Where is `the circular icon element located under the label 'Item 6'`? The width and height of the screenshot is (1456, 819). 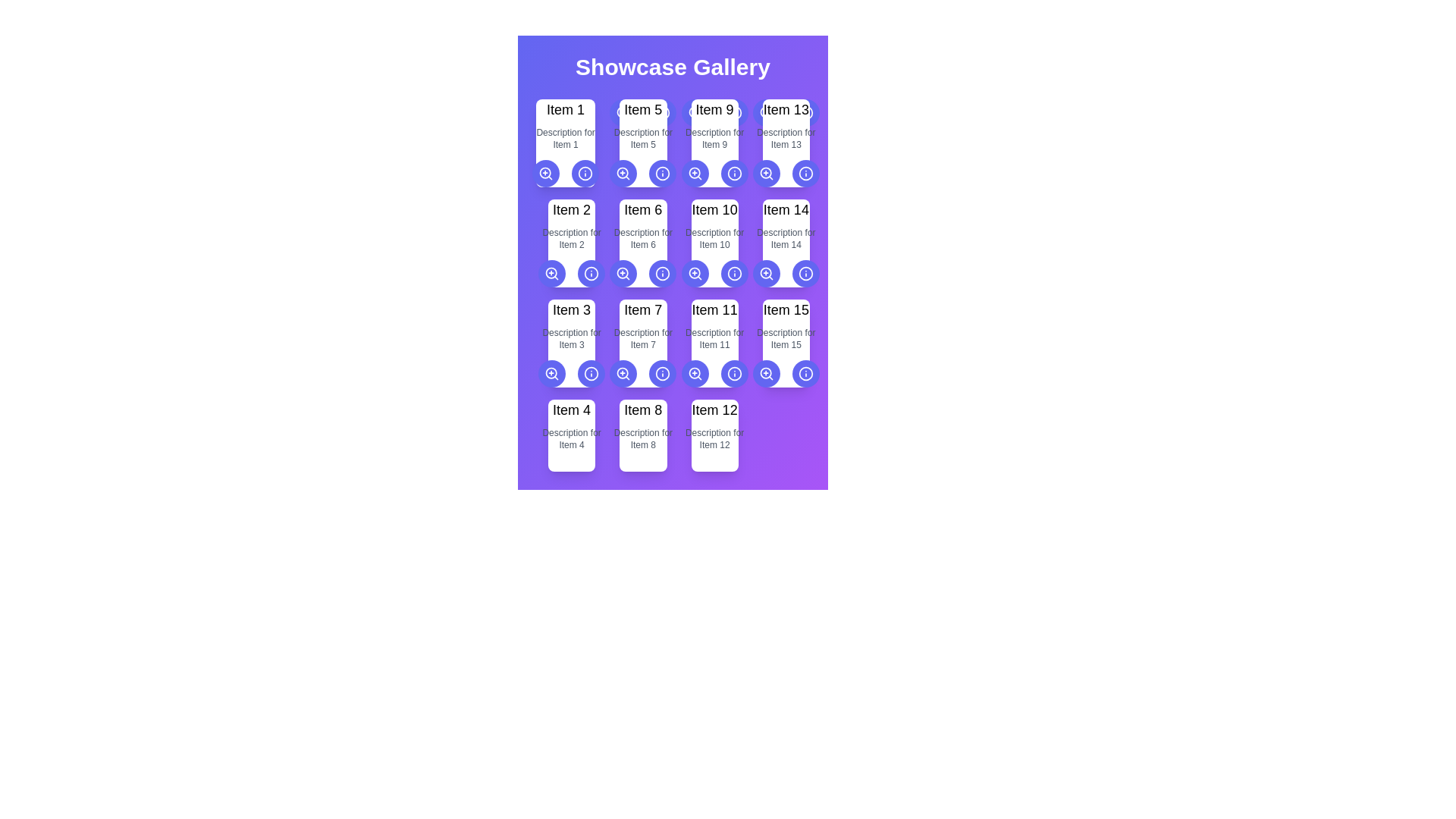 the circular icon element located under the label 'Item 6' is located at coordinates (591, 274).